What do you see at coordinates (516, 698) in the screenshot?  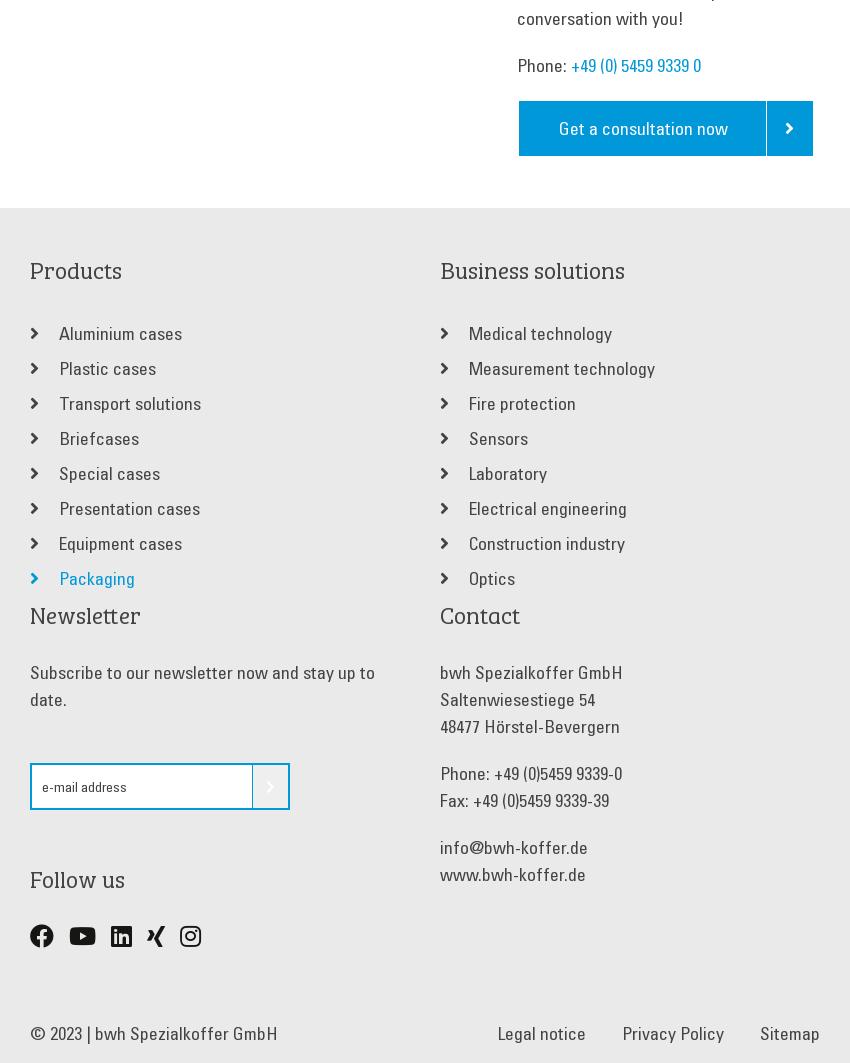 I see `'Saltenwiesestiege 54'` at bounding box center [516, 698].